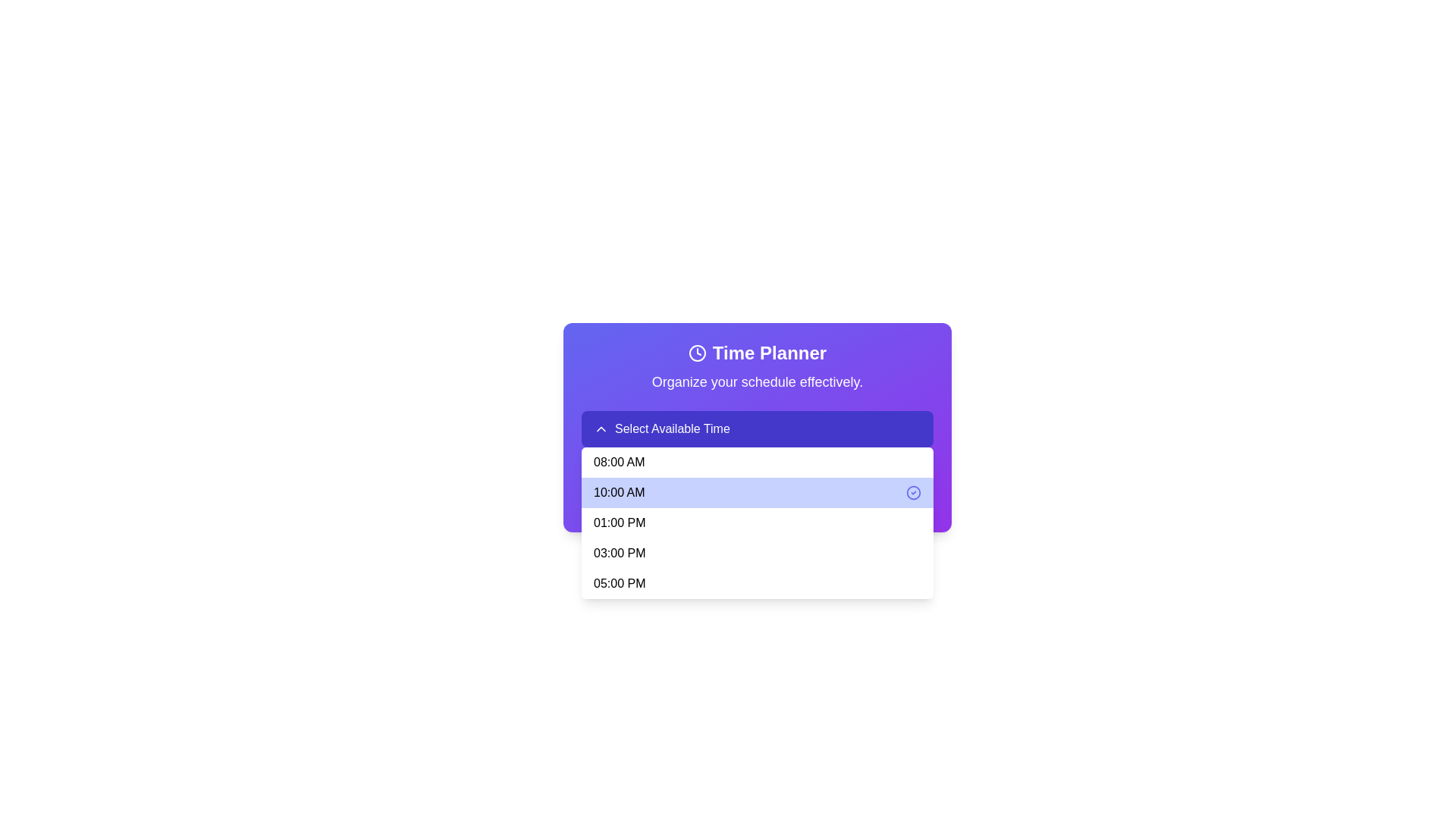 This screenshot has height=819, width=1456. What do you see at coordinates (696, 353) in the screenshot?
I see `the clock-like icon with a circular outline and clock hands, which is positioned to the left of the 'Time Planner' text in the purple header area` at bounding box center [696, 353].